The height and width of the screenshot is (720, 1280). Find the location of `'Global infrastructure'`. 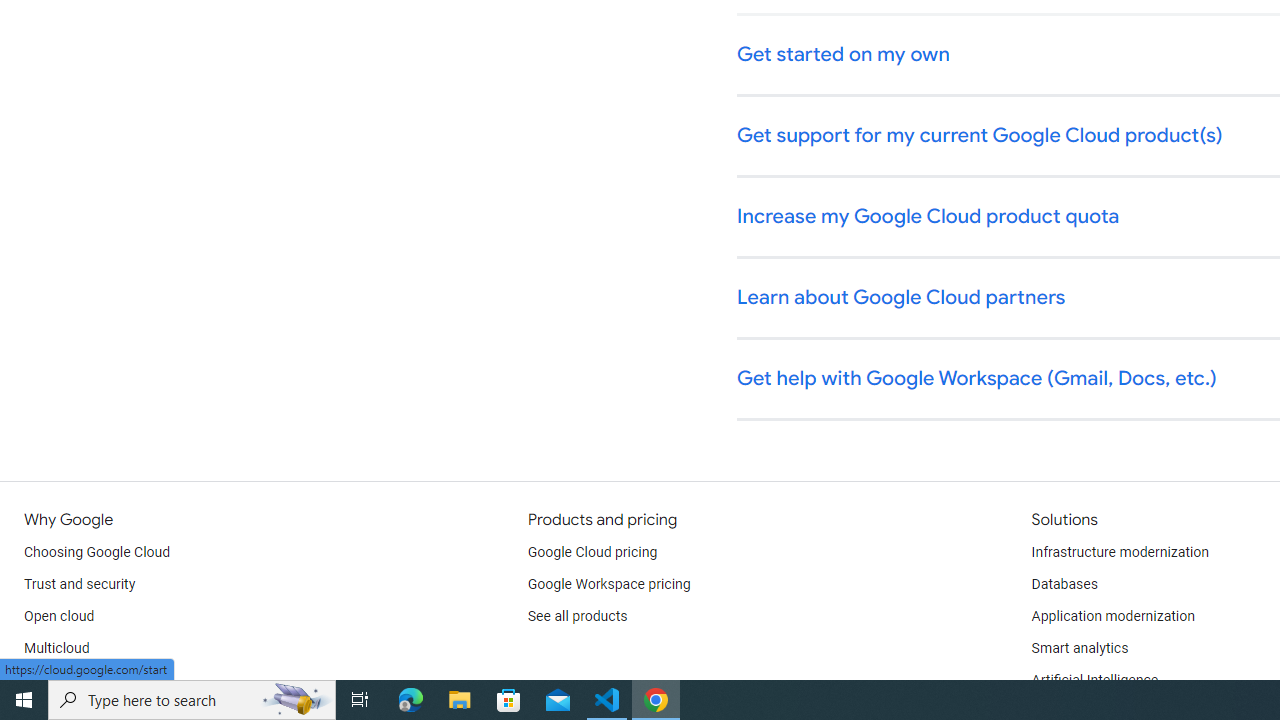

'Global infrastructure' is located at coordinates (87, 680).